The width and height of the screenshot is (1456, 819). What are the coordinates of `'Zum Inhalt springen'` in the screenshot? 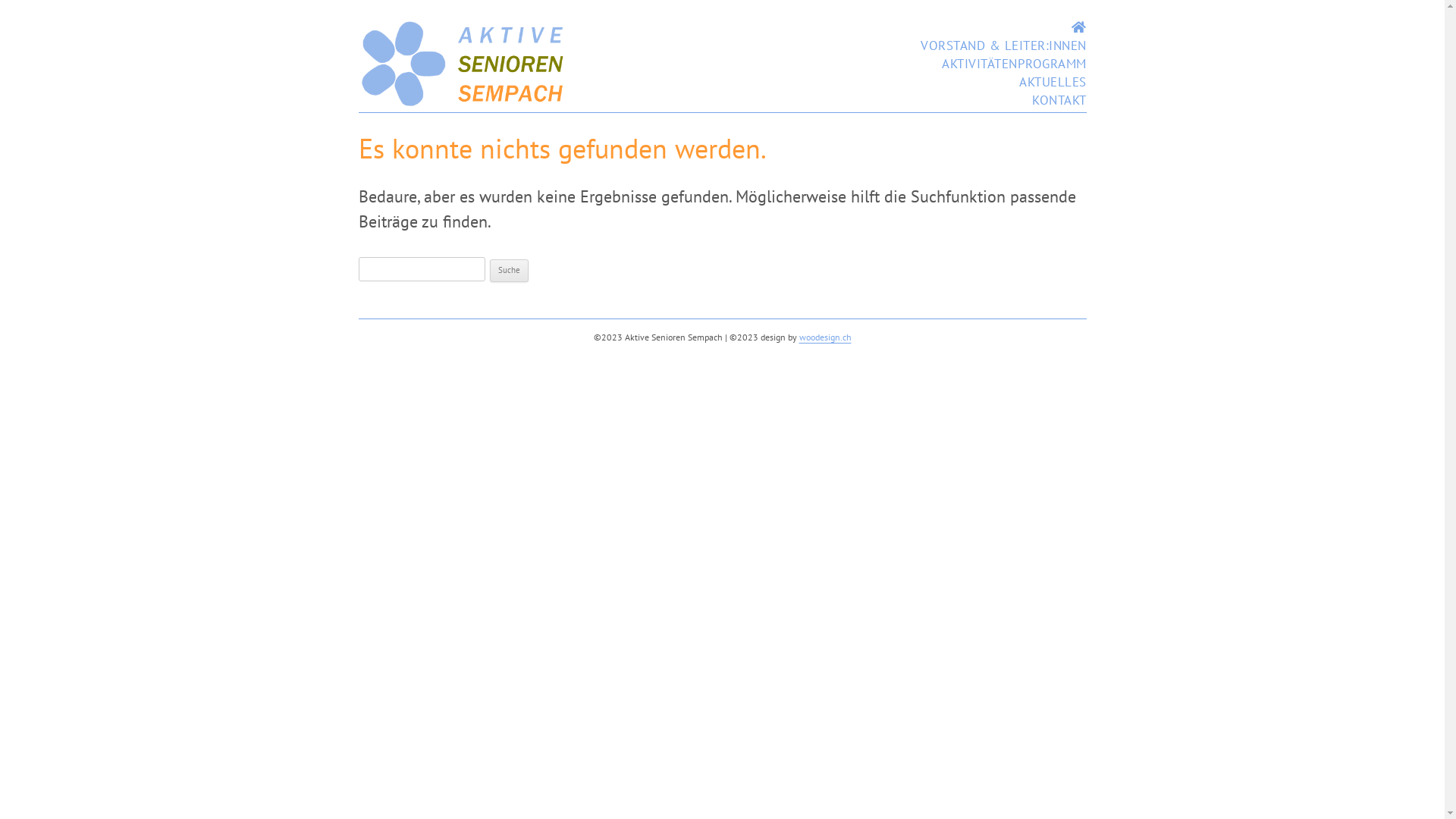 It's located at (1003, 18).